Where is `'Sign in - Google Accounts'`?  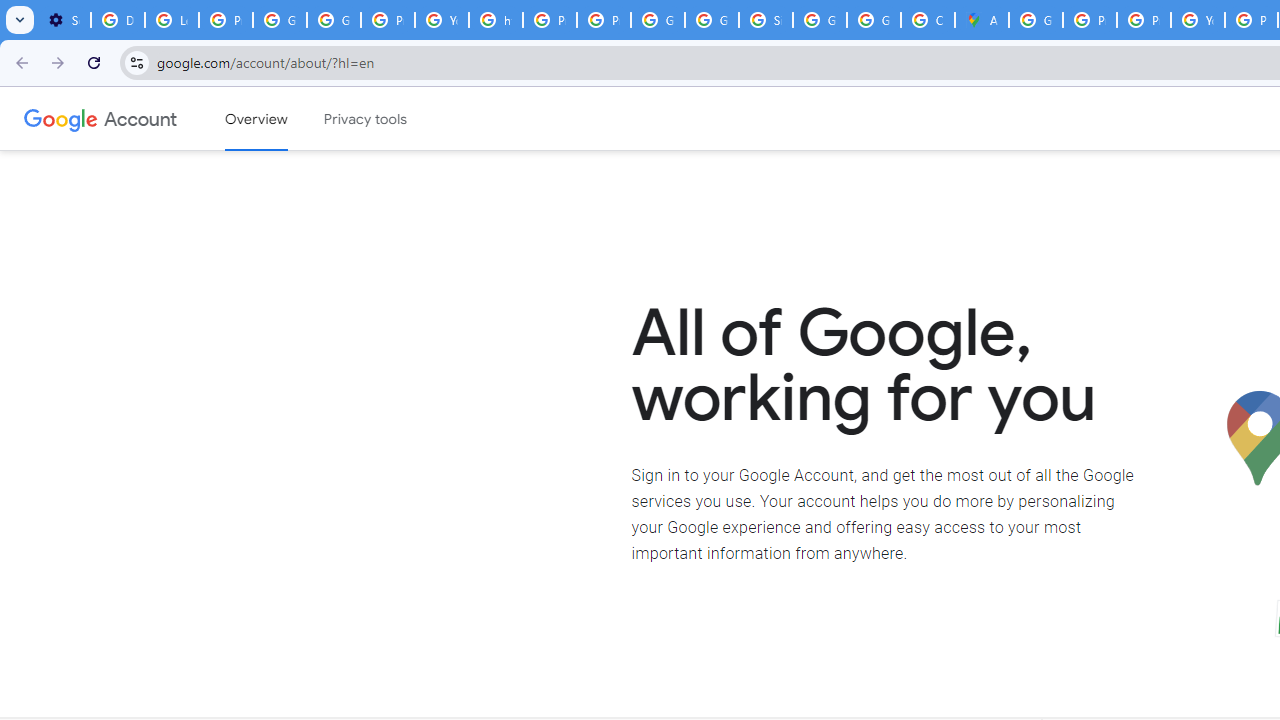
'Sign in - Google Accounts' is located at coordinates (765, 20).